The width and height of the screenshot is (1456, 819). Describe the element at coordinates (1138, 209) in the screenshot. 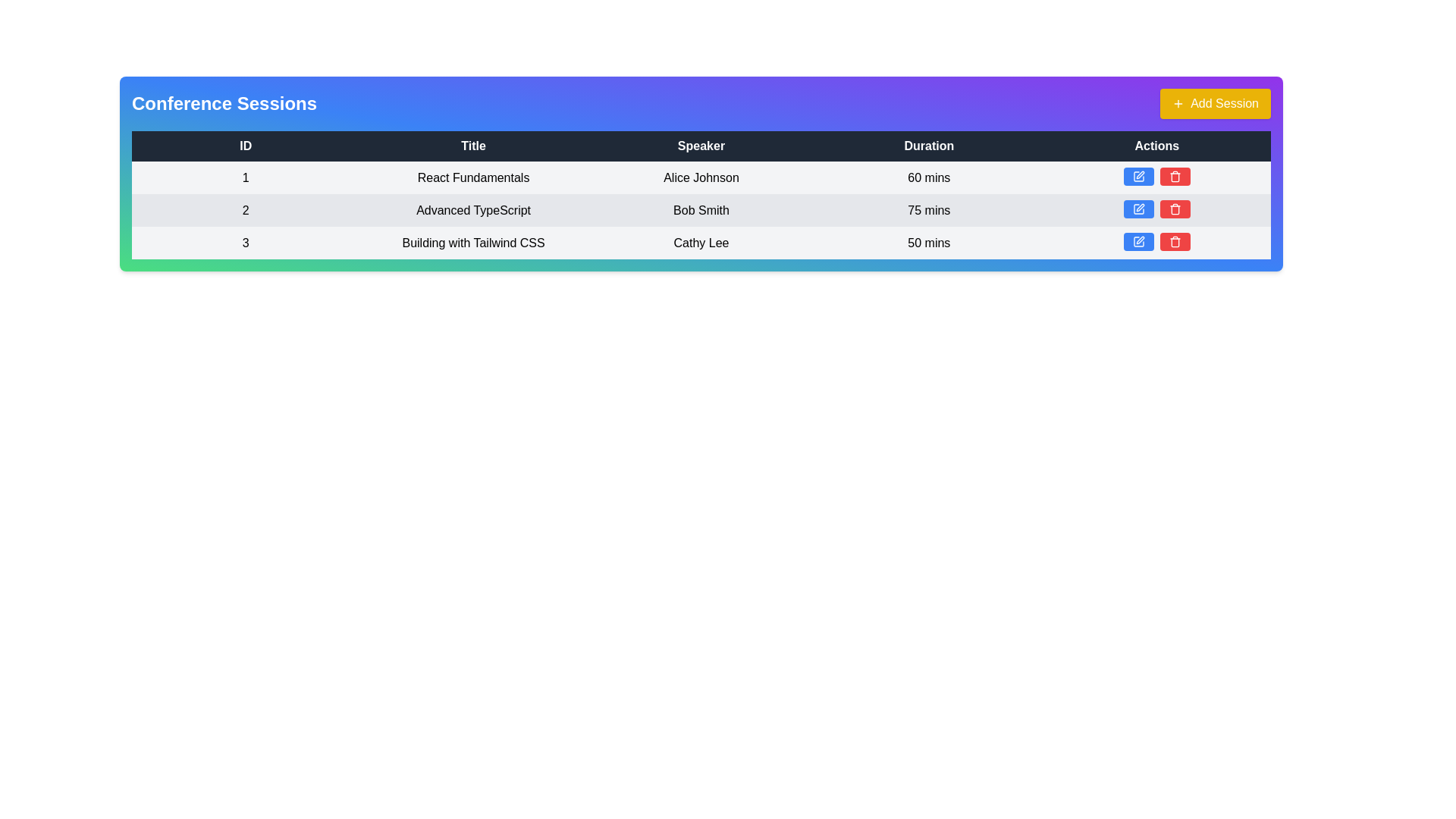

I see `the leftmost button in the Actions column of the second row in the conference sessions table to trigger a tooltip or visual feedback` at that location.